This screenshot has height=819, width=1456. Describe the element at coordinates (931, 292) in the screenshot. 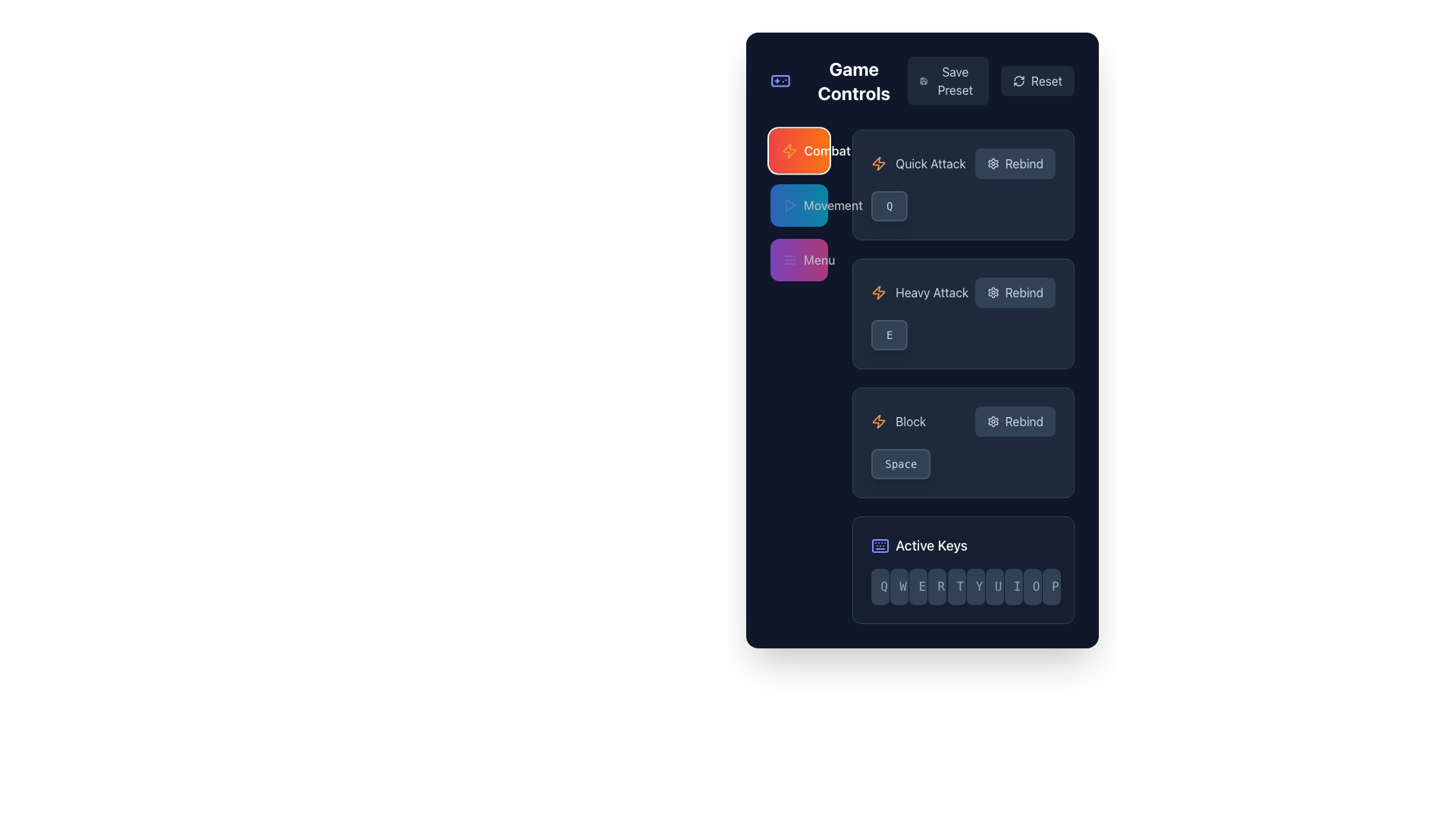

I see `the 'Heavy Attack' text label located in the second row of the control box under the 'Combat' section, positioned between an icon on the left and a 'Rebind' button on the right` at that location.